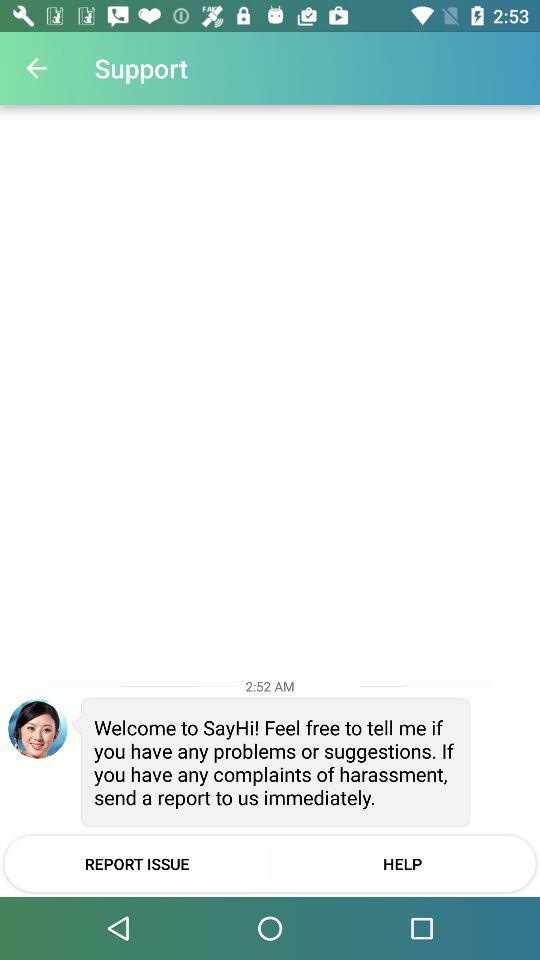  Describe the element at coordinates (36, 68) in the screenshot. I see `item next to the support` at that location.